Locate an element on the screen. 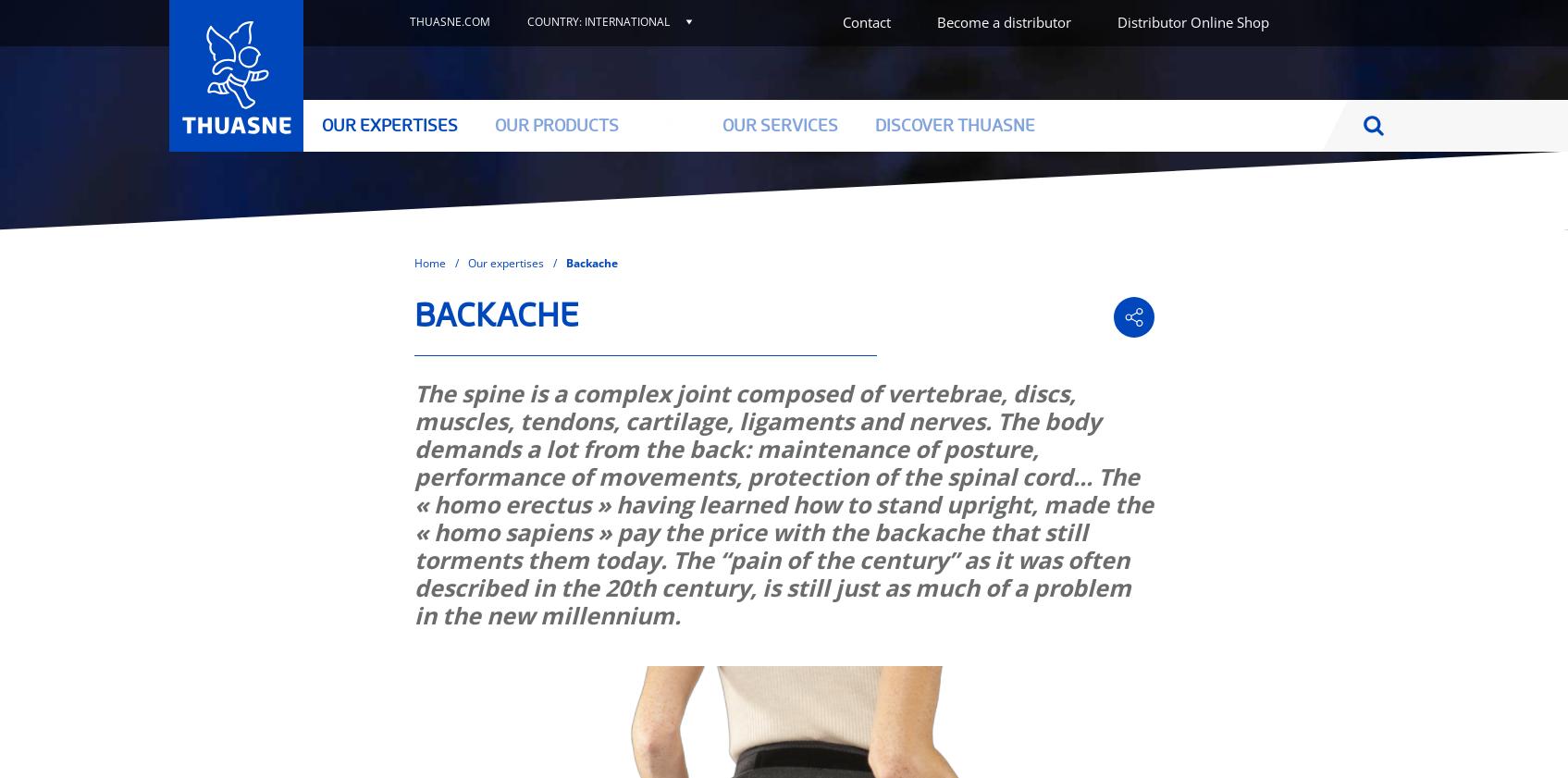 Image resolution: width=1568 pixels, height=778 pixels. 'Distributor Online Shop' is located at coordinates (1191, 19).